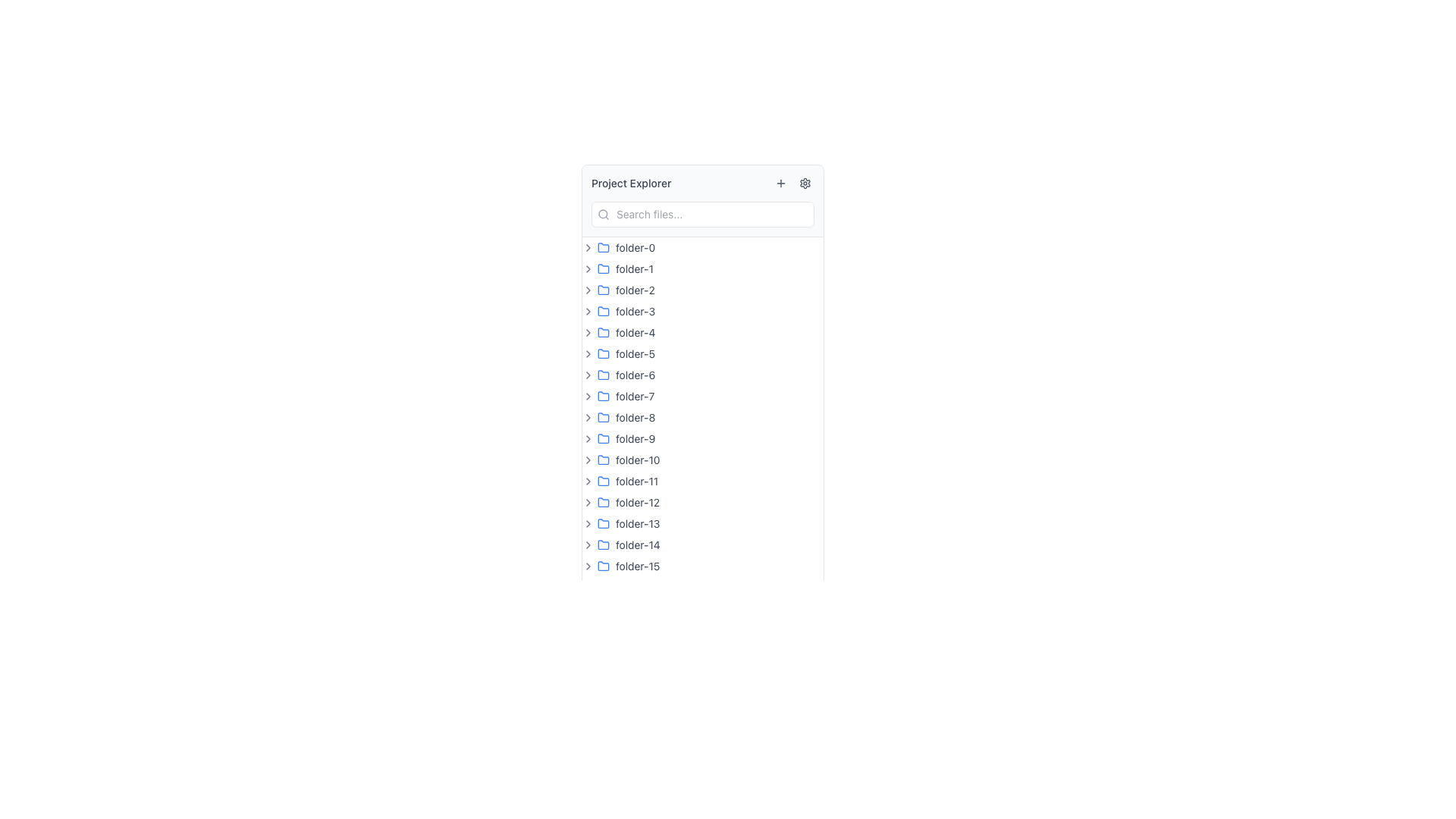 This screenshot has height=819, width=1456. What do you see at coordinates (603, 544) in the screenshot?
I see `the folder icon representing 'folder-14'` at bounding box center [603, 544].